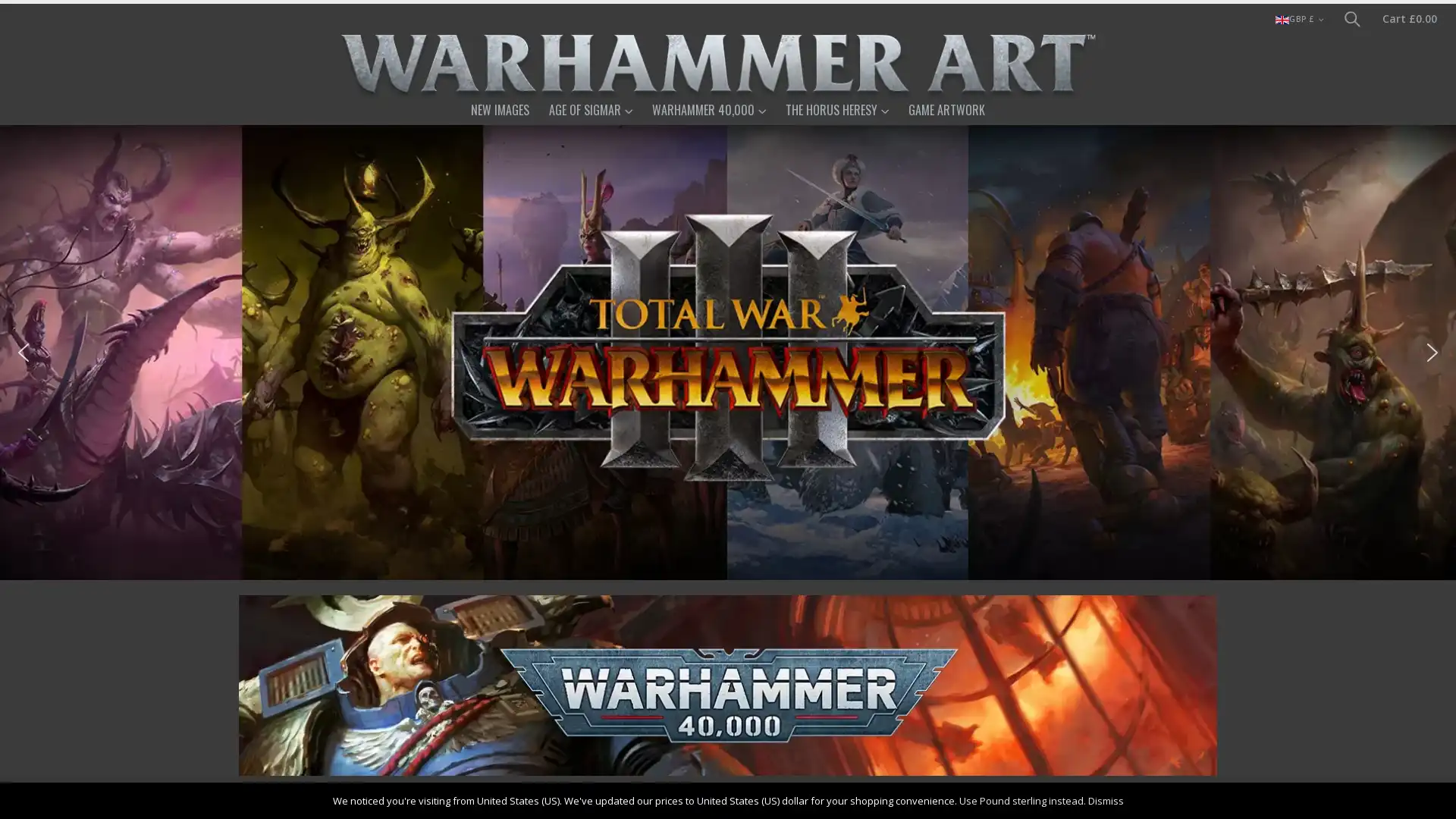  What do you see at coordinates (1432, 351) in the screenshot?
I see `next arrow` at bounding box center [1432, 351].